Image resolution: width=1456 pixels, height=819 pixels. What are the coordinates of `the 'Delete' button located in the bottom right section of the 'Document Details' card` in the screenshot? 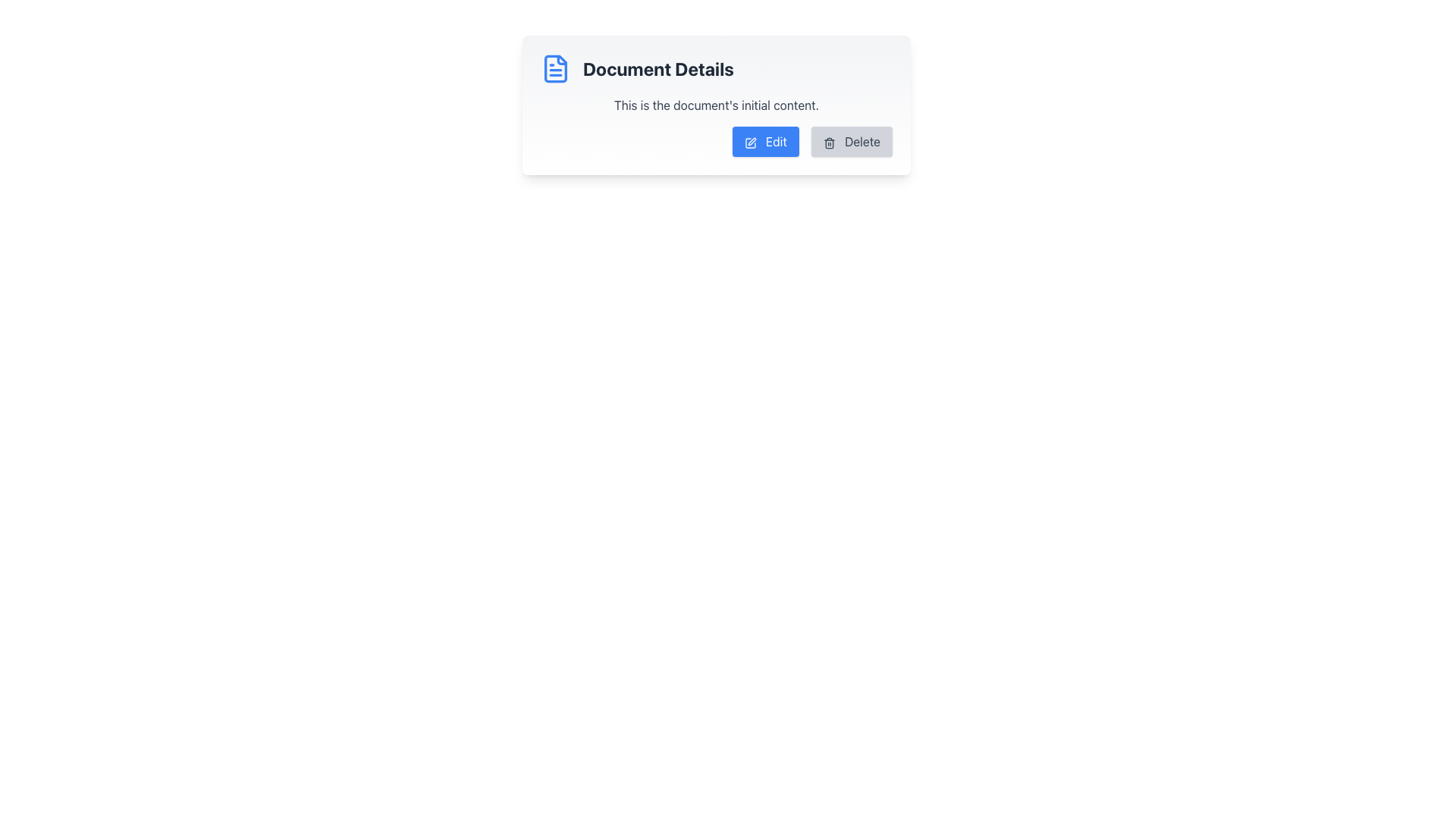 It's located at (852, 141).